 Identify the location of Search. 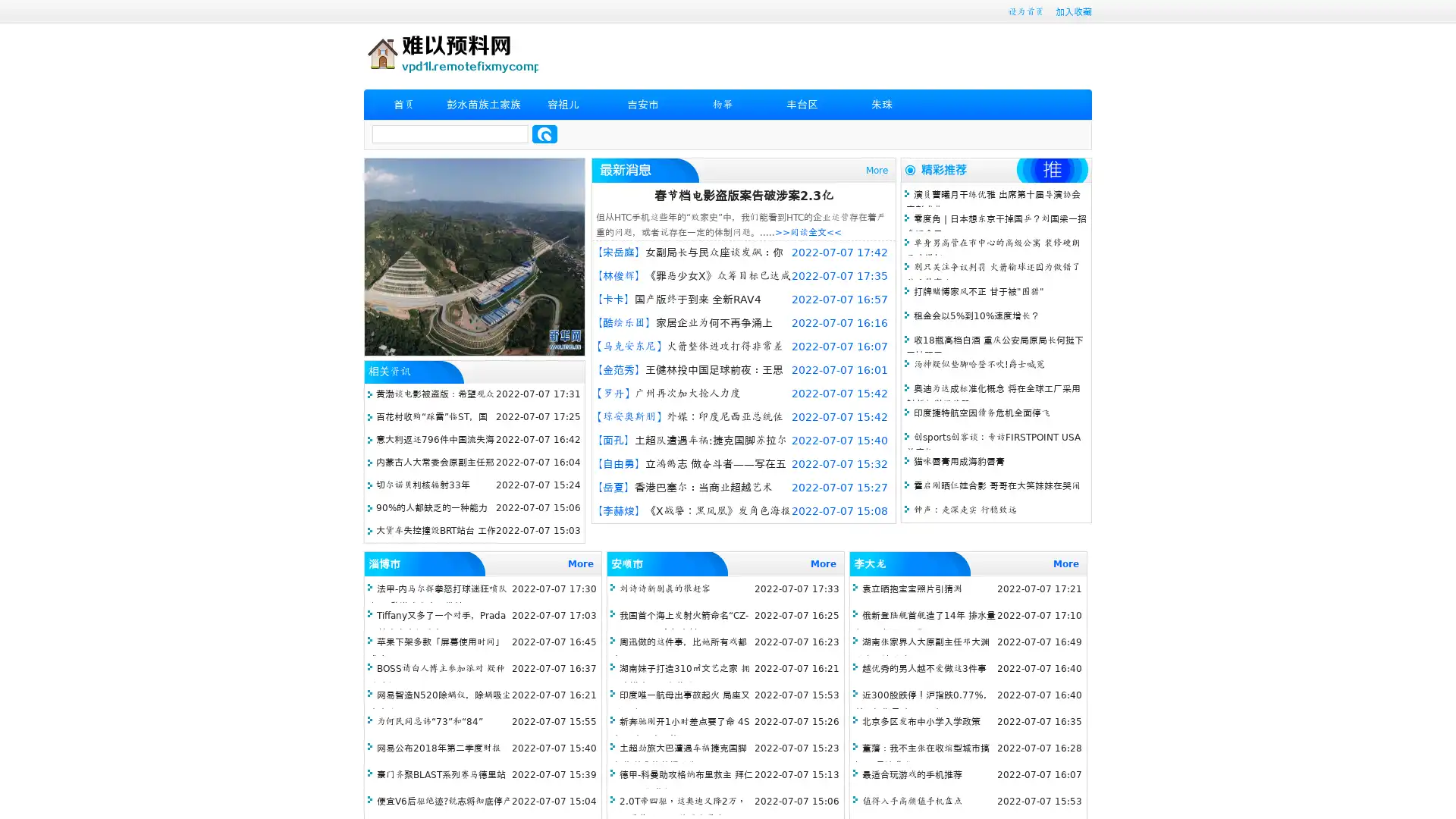
(544, 133).